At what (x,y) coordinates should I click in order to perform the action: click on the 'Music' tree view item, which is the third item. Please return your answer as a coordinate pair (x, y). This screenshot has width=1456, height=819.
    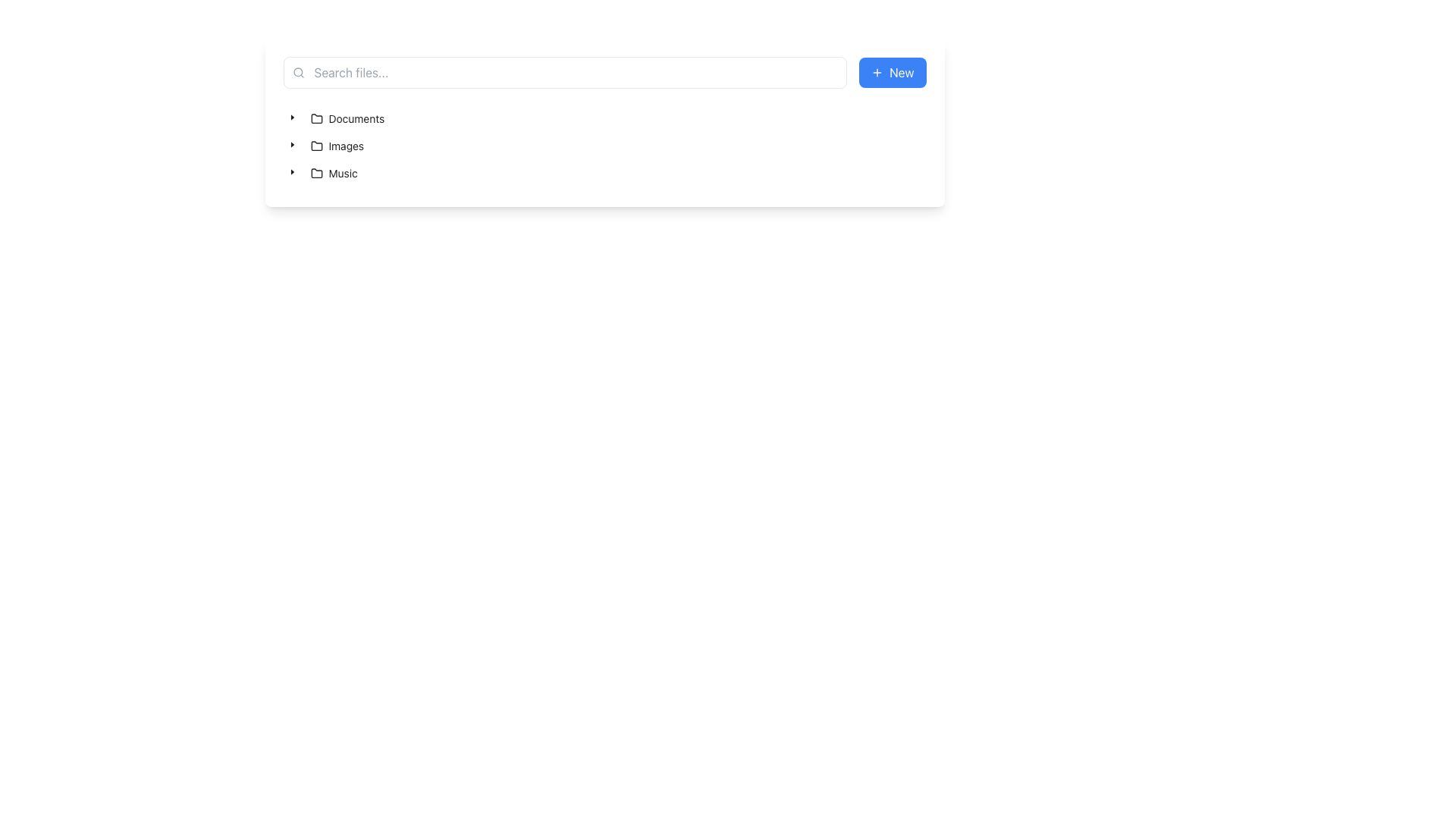
    Looking at the image, I should click on (322, 172).